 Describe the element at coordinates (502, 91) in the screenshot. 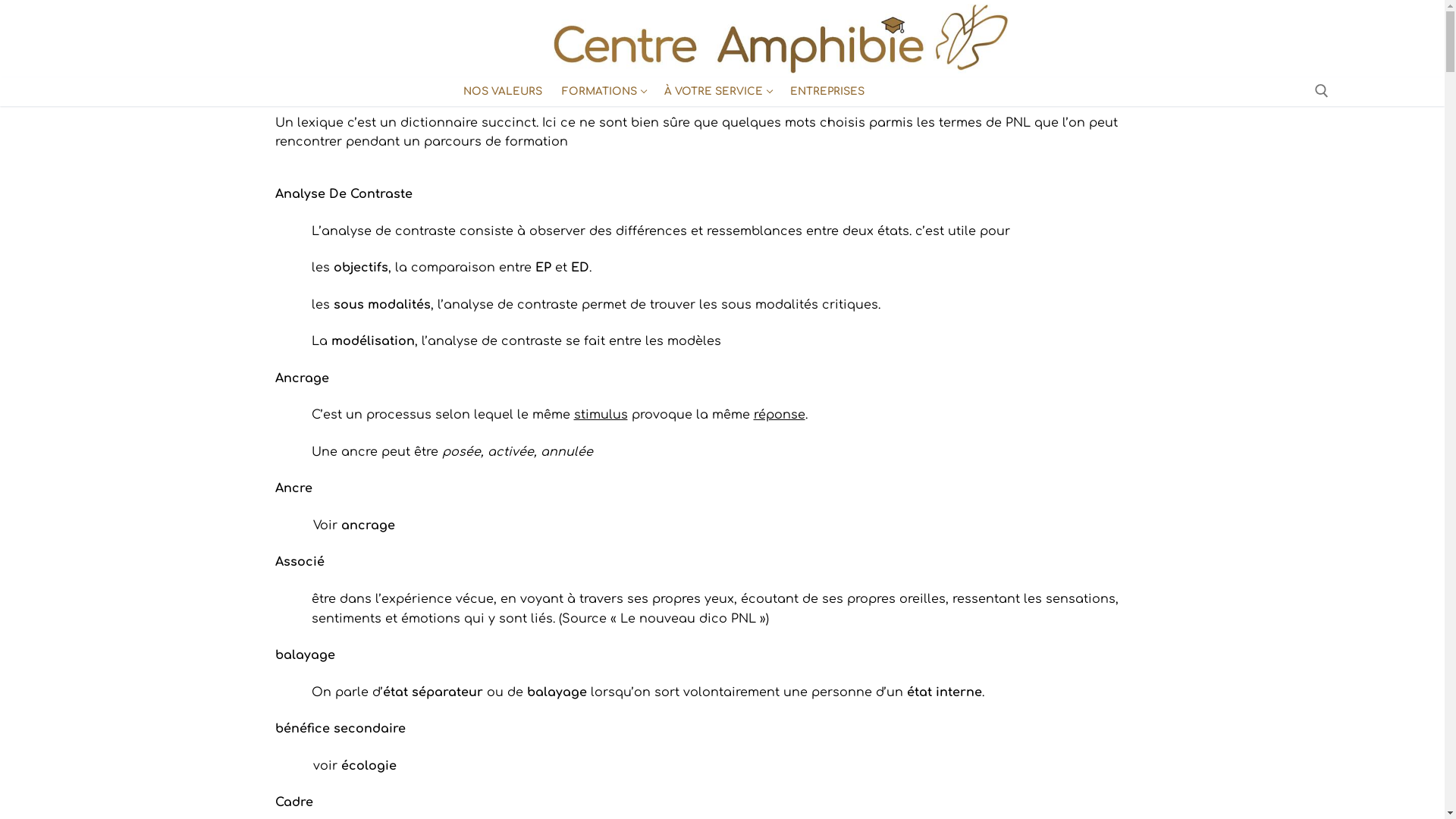

I see `'NOS VALEURS'` at that location.